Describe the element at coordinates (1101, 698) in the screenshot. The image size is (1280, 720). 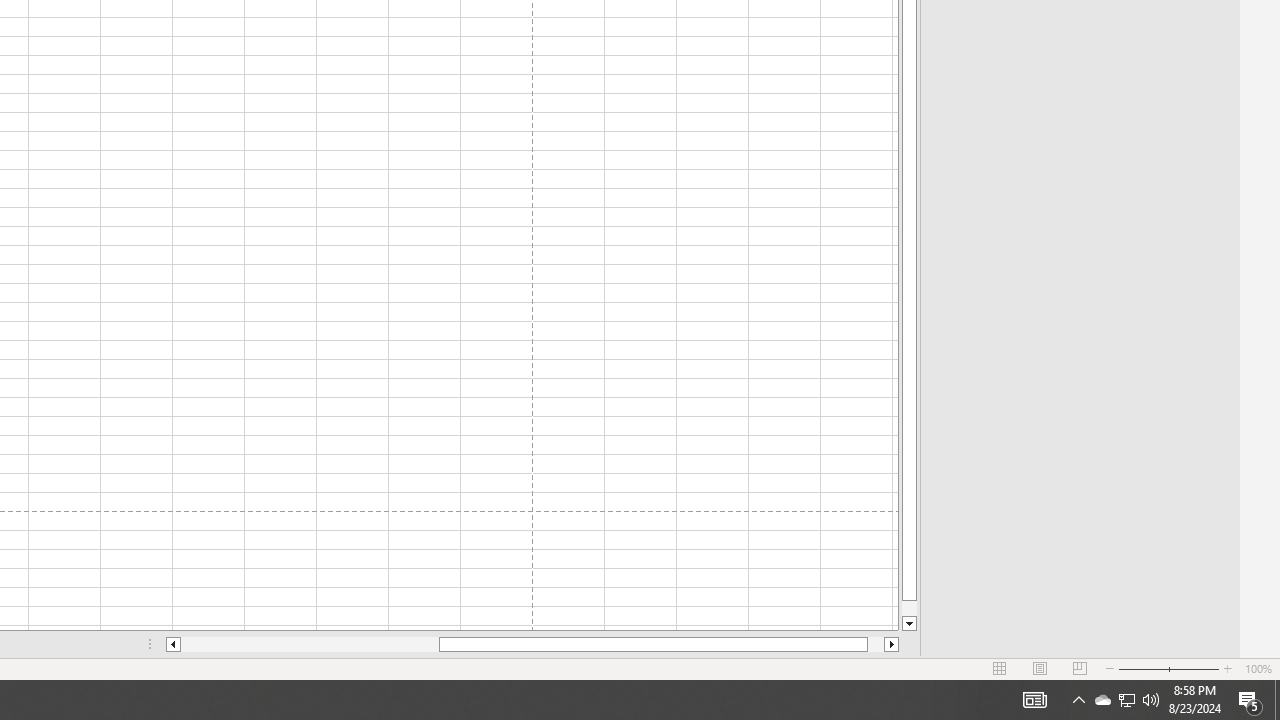
I see `'User Promoted Notification Area'` at that location.